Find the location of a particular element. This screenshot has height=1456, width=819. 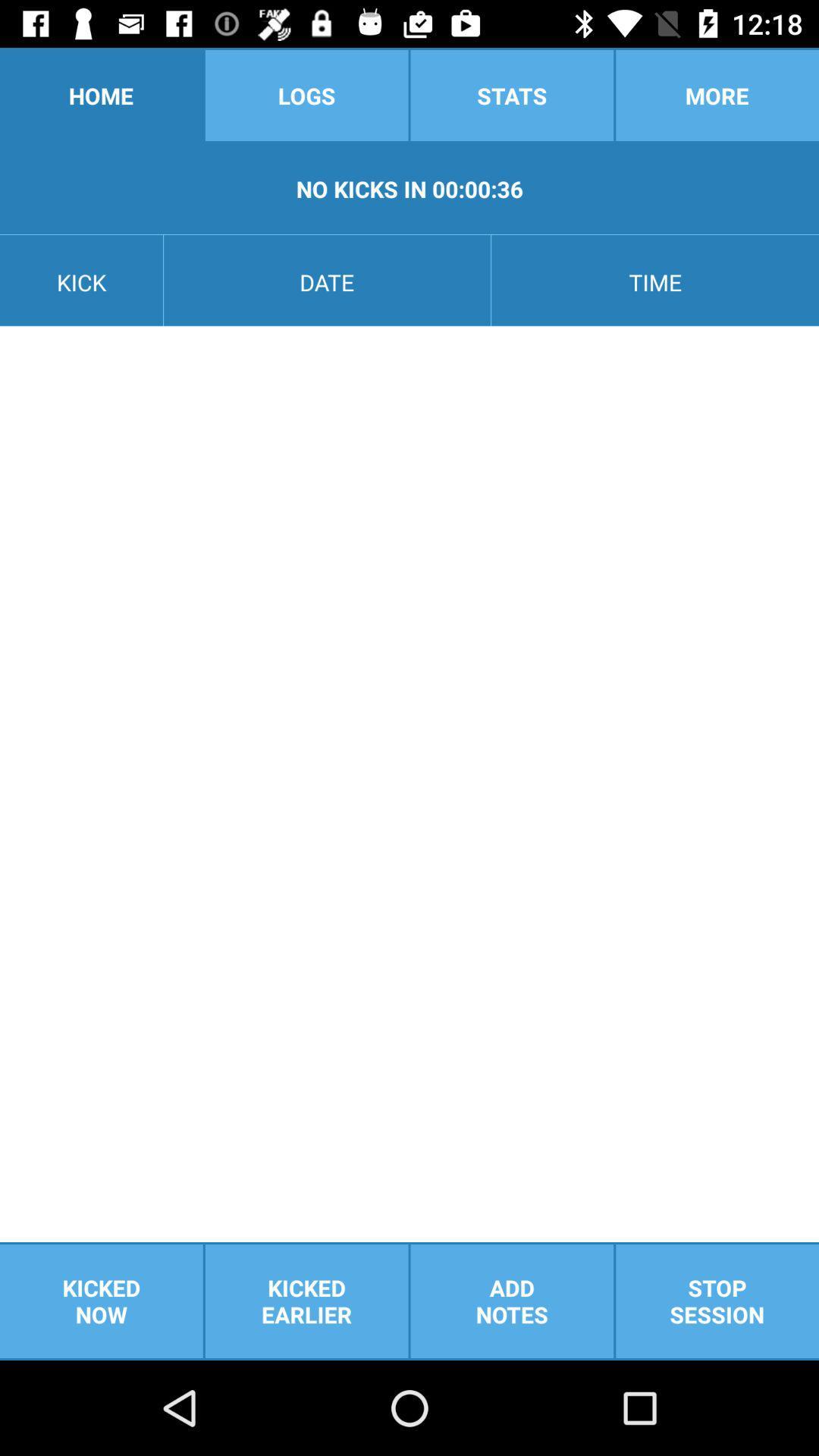

add is located at coordinates (512, 1301).